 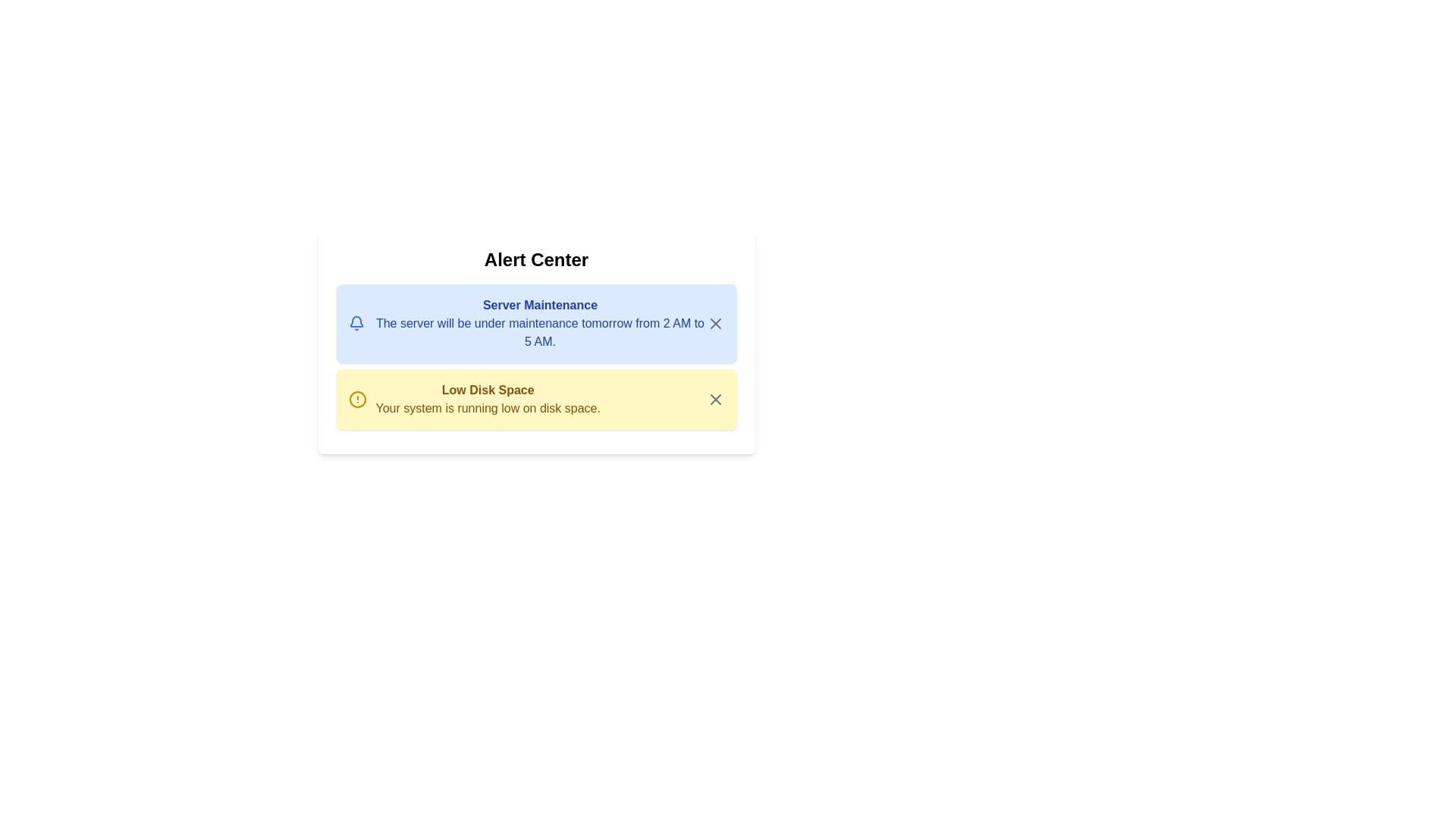 I want to click on the alert to view its details, so click(x=536, y=323).